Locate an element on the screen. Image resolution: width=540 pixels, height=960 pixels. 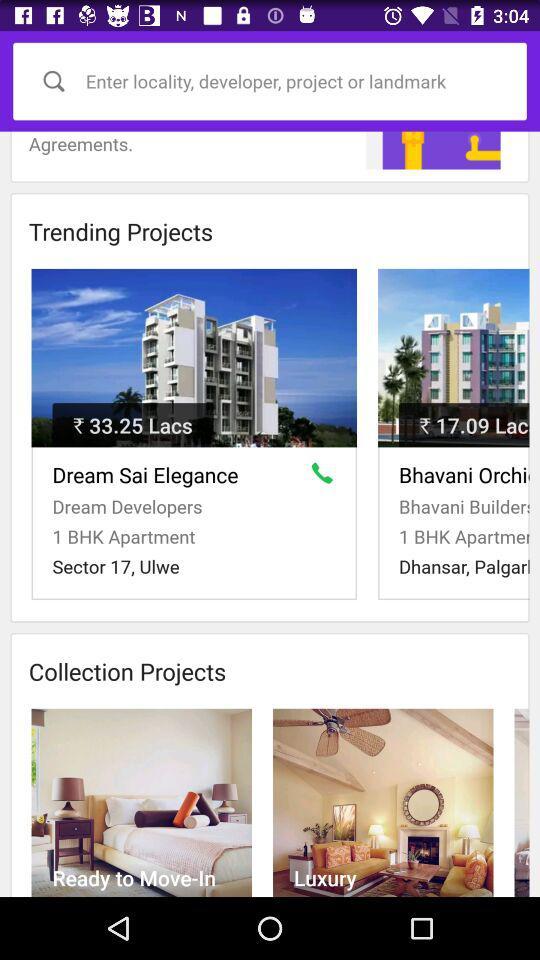
call this project is located at coordinates (326, 477).